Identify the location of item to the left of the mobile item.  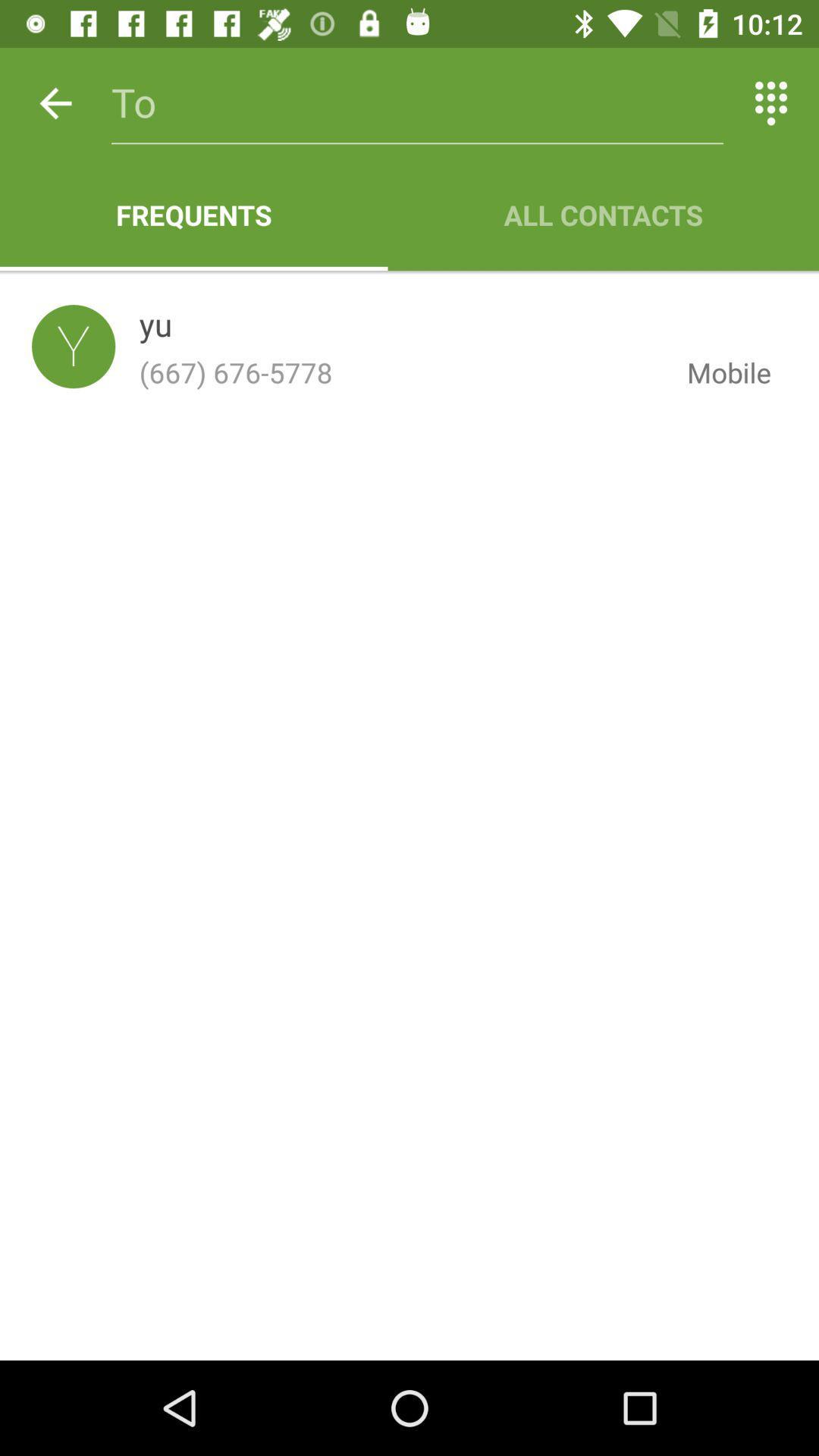
(400, 372).